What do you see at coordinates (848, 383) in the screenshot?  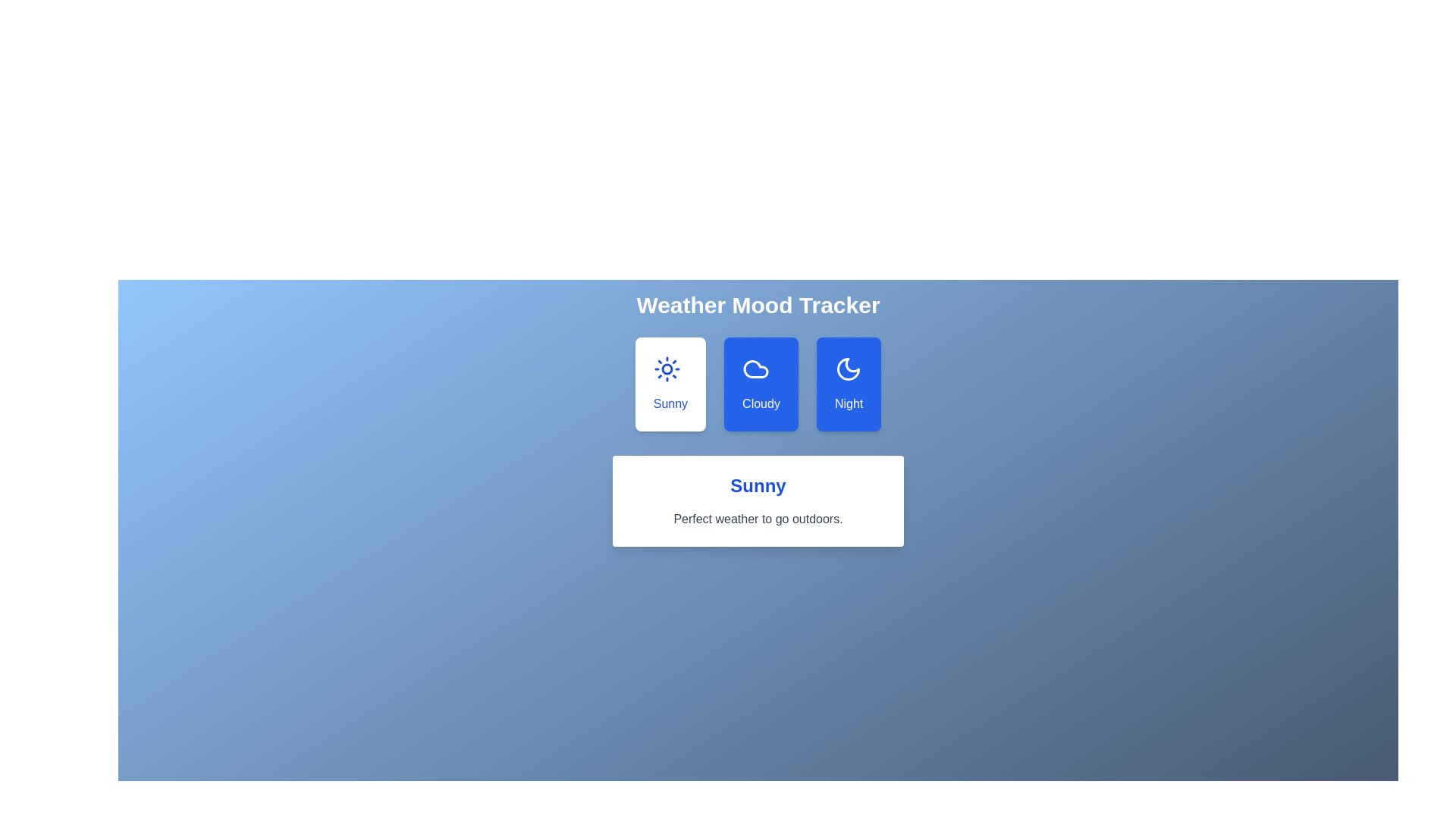 I see `the weather option Night to activate it` at bounding box center [848, 383].